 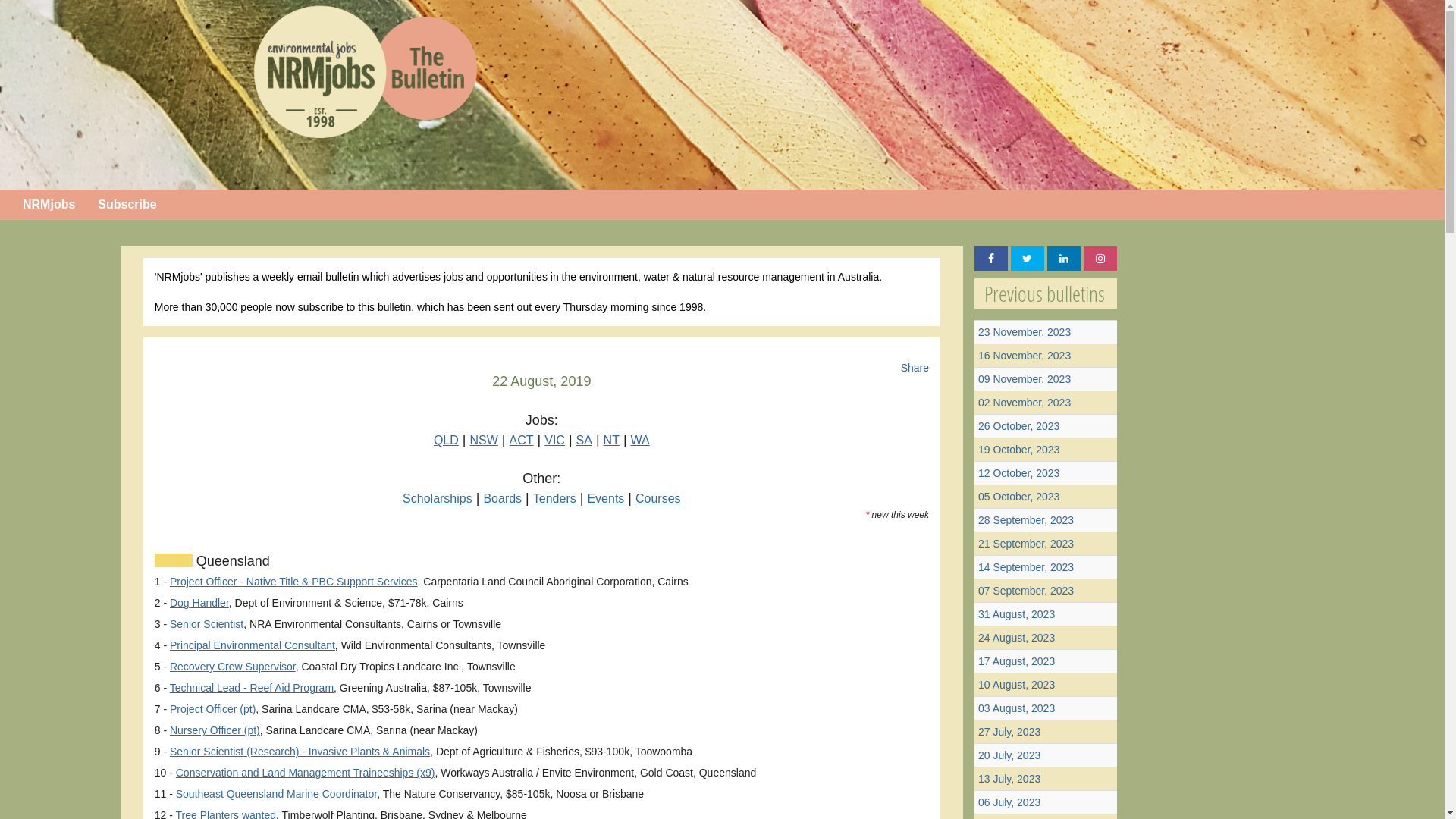 What do you see at coordinates (1009, 730) in the screenshot?
I see `'27 July, 2023'` at bounding box center [1009, 730].